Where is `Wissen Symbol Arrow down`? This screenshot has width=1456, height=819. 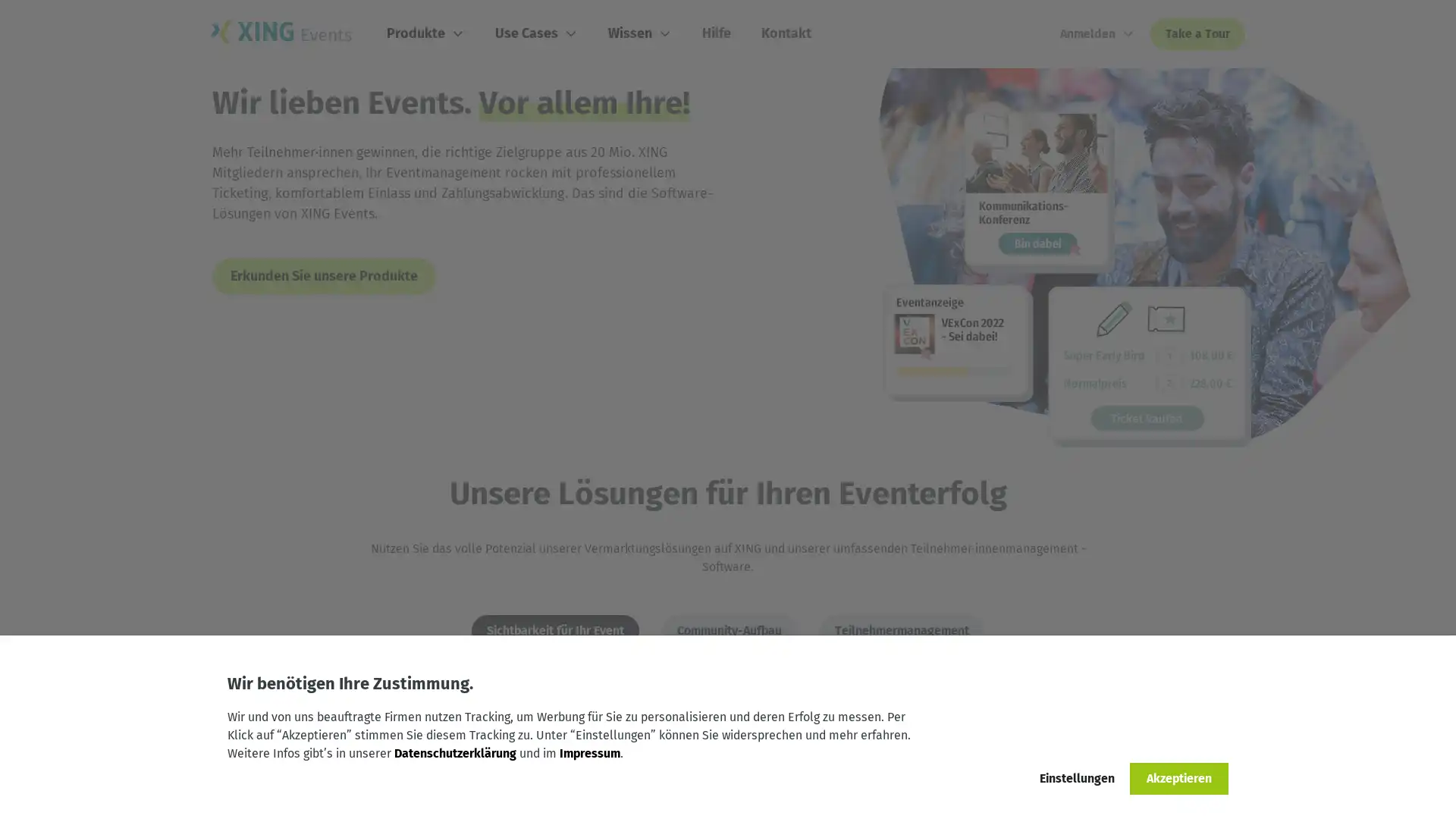
Wissen Symbol Arrow down is located at coordinates (640, 33).